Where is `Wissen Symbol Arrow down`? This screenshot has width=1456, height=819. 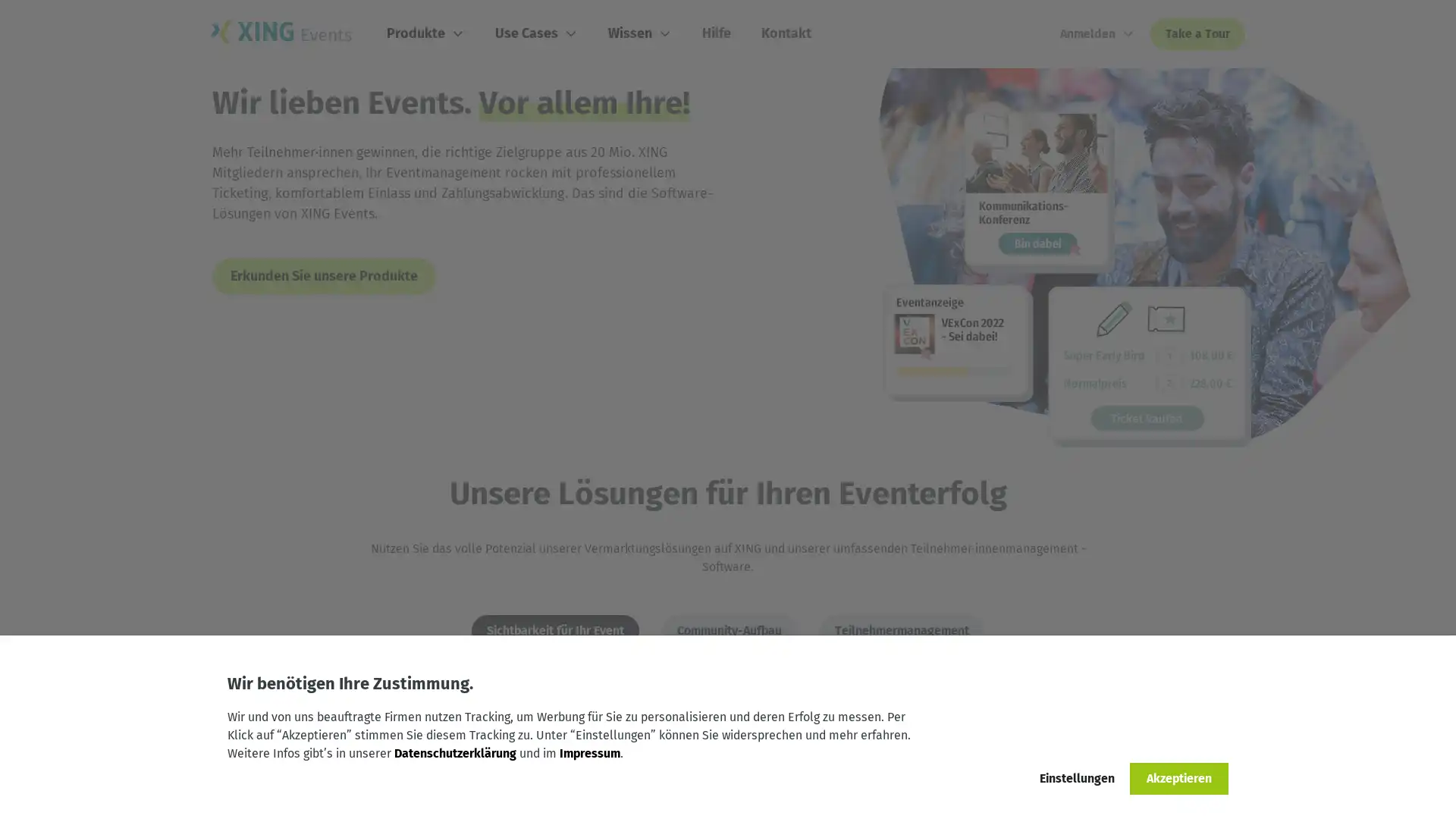
Wissen Symbol Arrow down is located at coordinates (640, 33).